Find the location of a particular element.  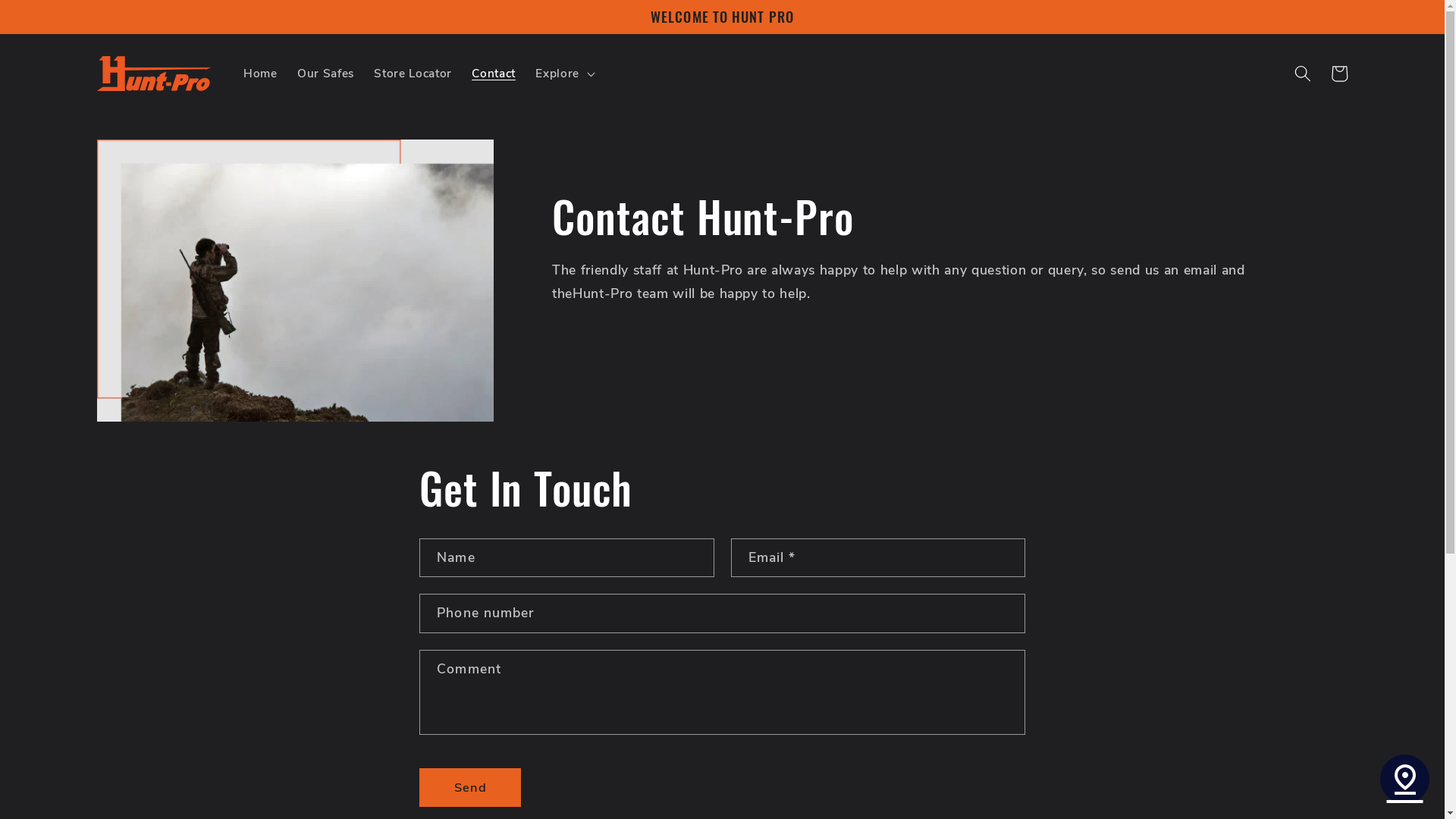

'Store Locator' is located at coordinates (413, 73).